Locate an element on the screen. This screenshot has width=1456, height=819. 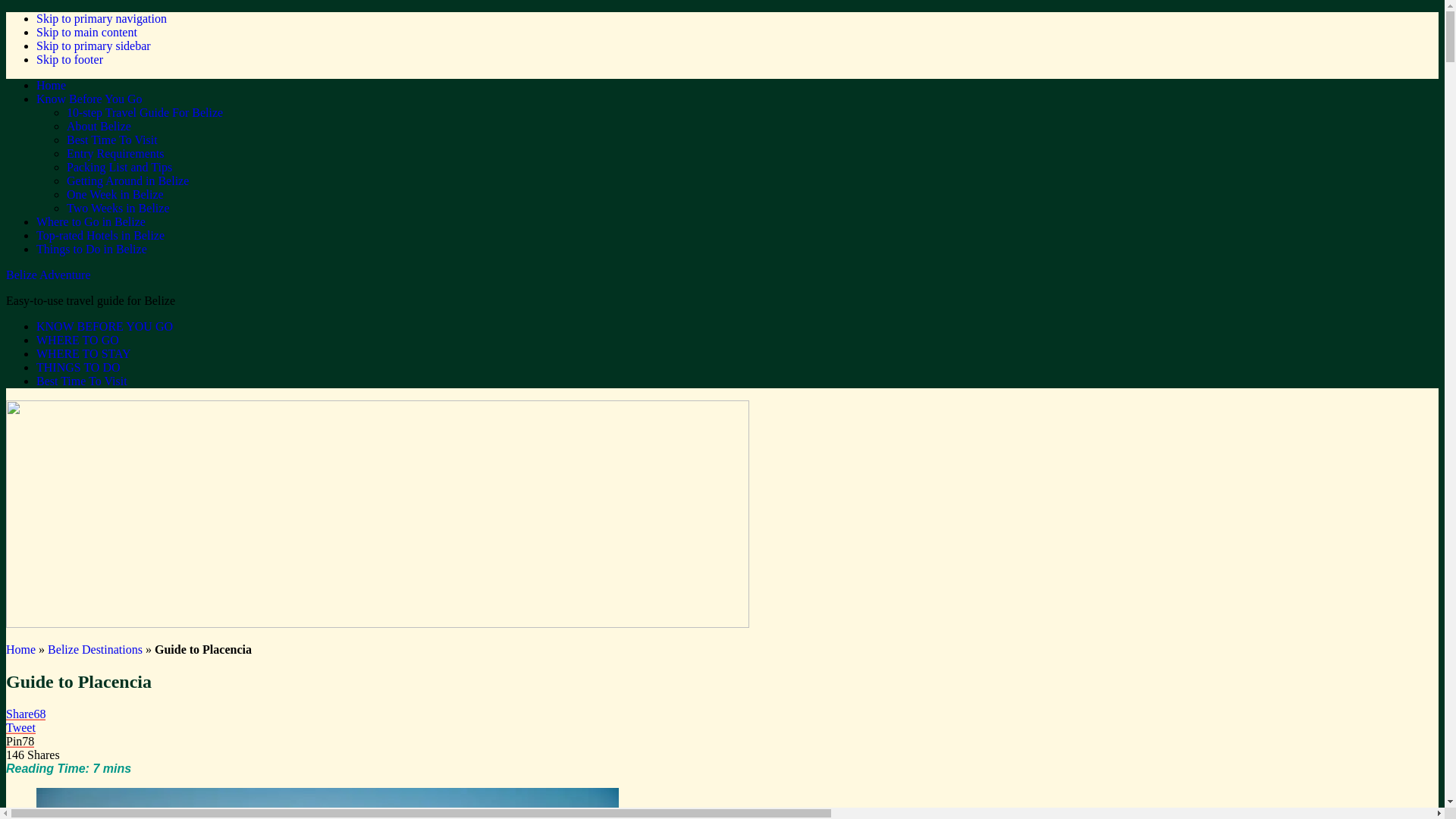
'KNOW BEFORE YOU GO' is located at coordinates (104, 325).